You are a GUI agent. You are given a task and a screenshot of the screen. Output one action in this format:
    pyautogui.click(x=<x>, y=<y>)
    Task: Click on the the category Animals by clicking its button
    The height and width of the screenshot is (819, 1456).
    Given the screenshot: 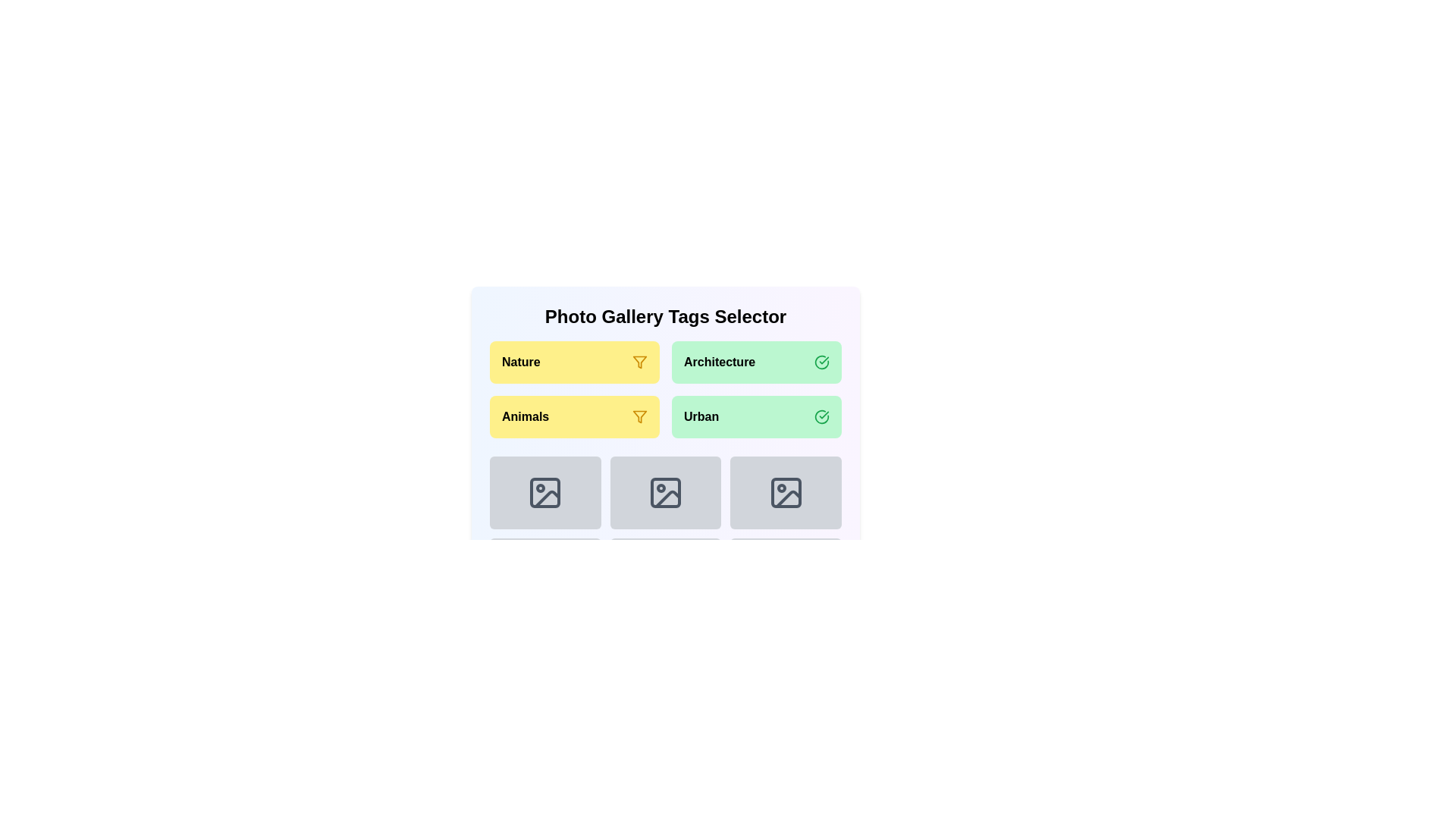 What is the action you would take?
    pyautogui.click(x=574, y=417)
    